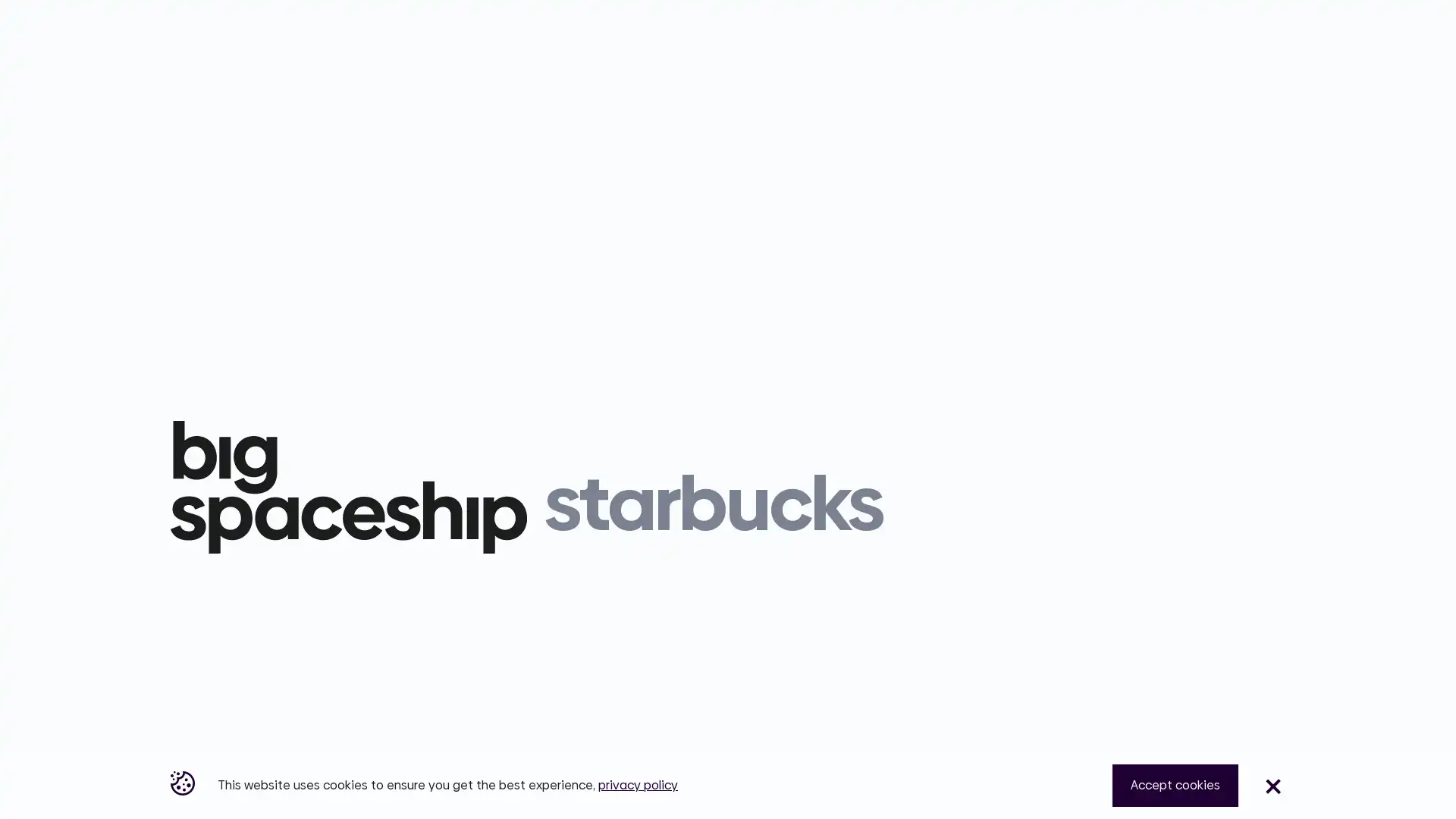 The height and width of the screenshot is (819, 1456). I want to click on Close, so click(1273, 786).